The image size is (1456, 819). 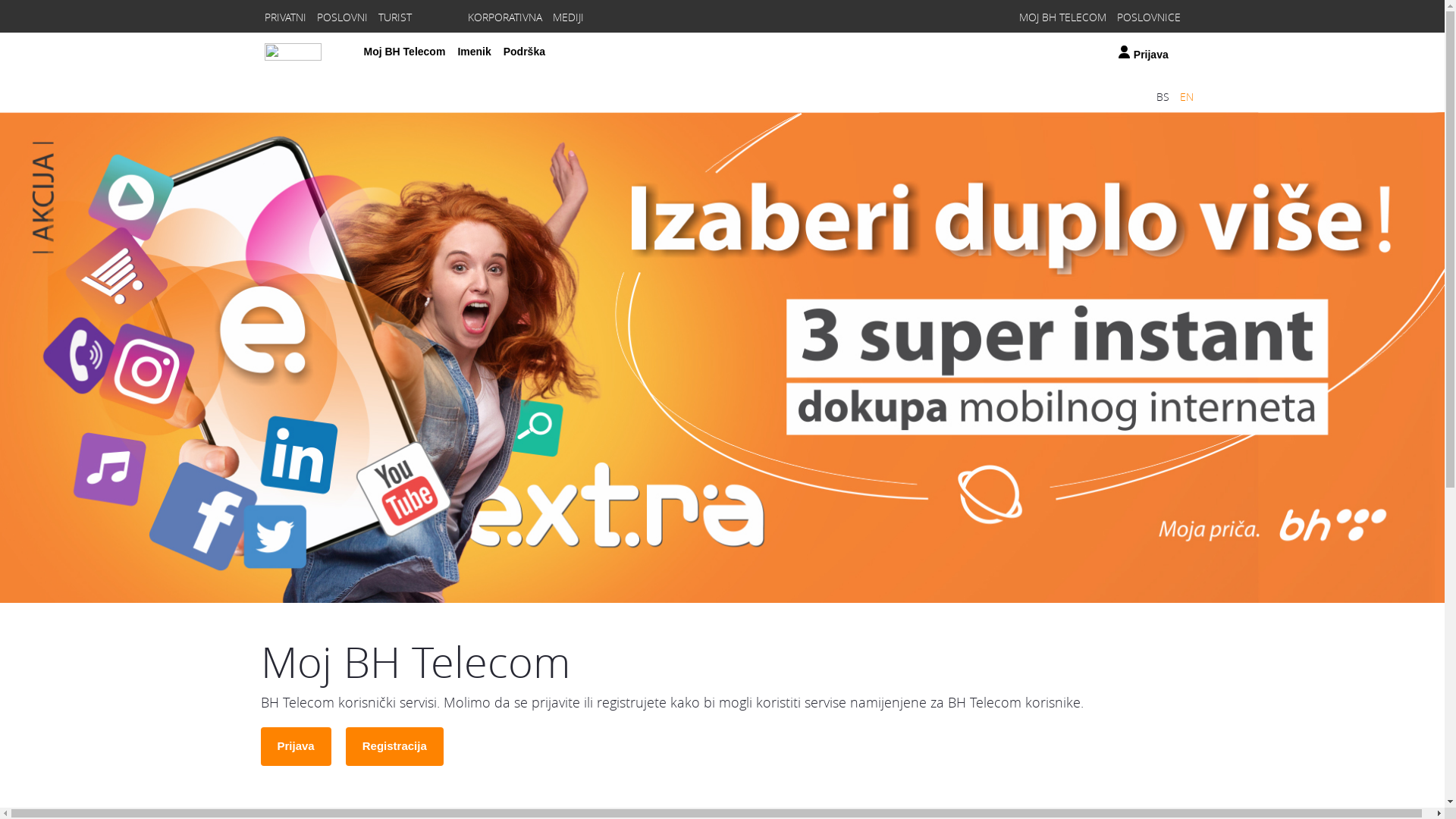 What do you see at coordinates (296, 745) in the screenshot?
I see `'Prijava'` at bounding box center [296, 745].